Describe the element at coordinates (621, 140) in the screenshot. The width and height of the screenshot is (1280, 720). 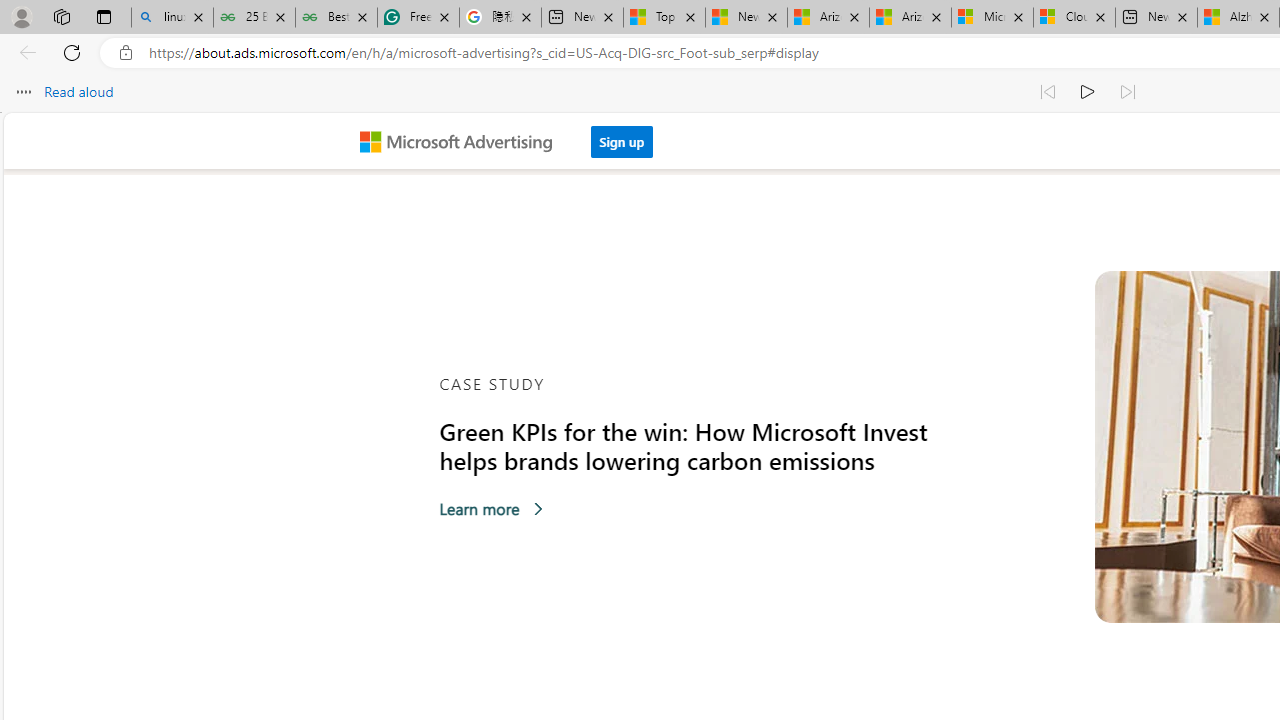
I see `'Sign up'` at that location.